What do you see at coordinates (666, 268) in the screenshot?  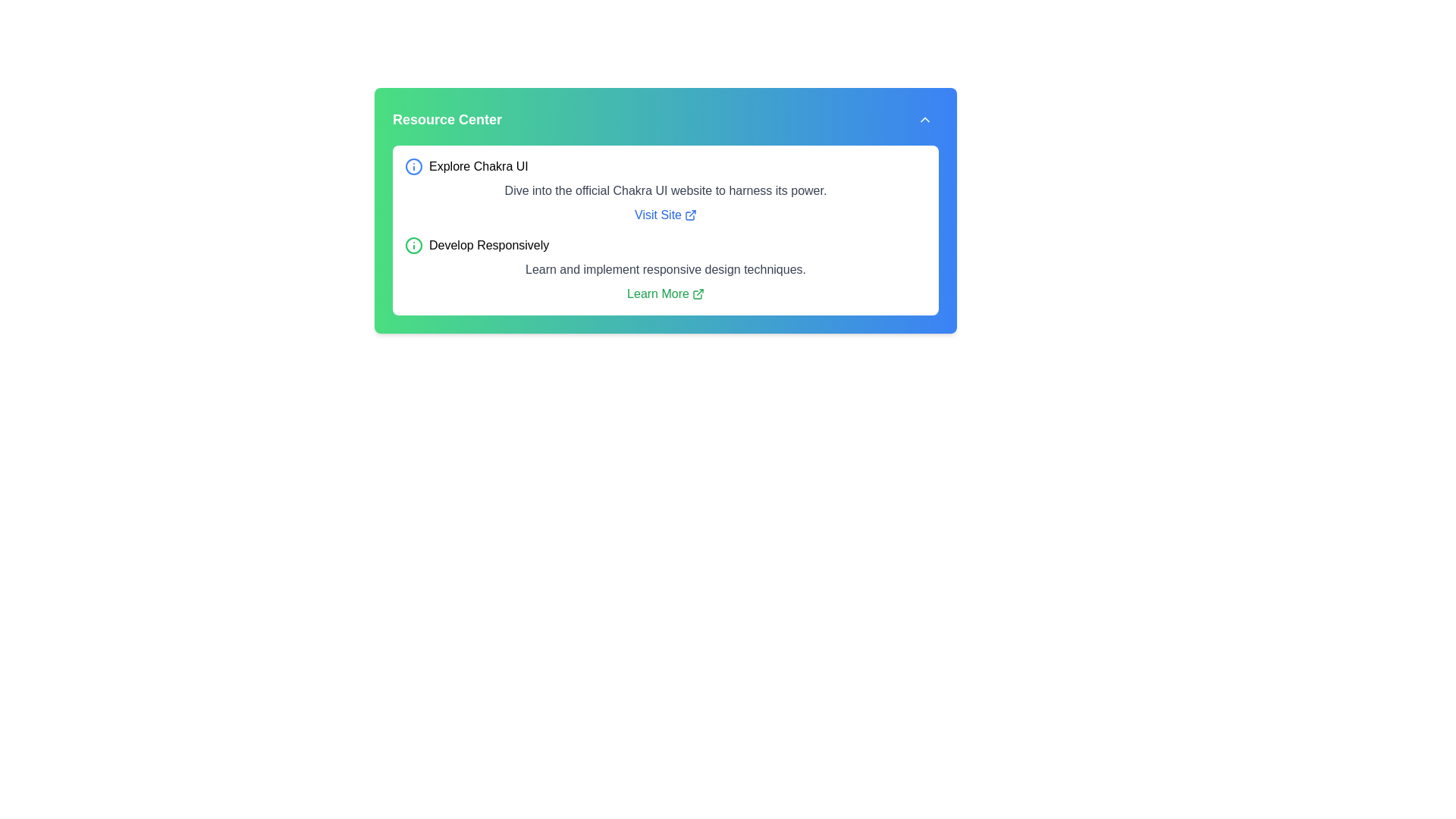 I see `the informational text block titled 'Develop Responsively', which includes the link 'Learn More' at the bottom` at bounding box center [666, 268].